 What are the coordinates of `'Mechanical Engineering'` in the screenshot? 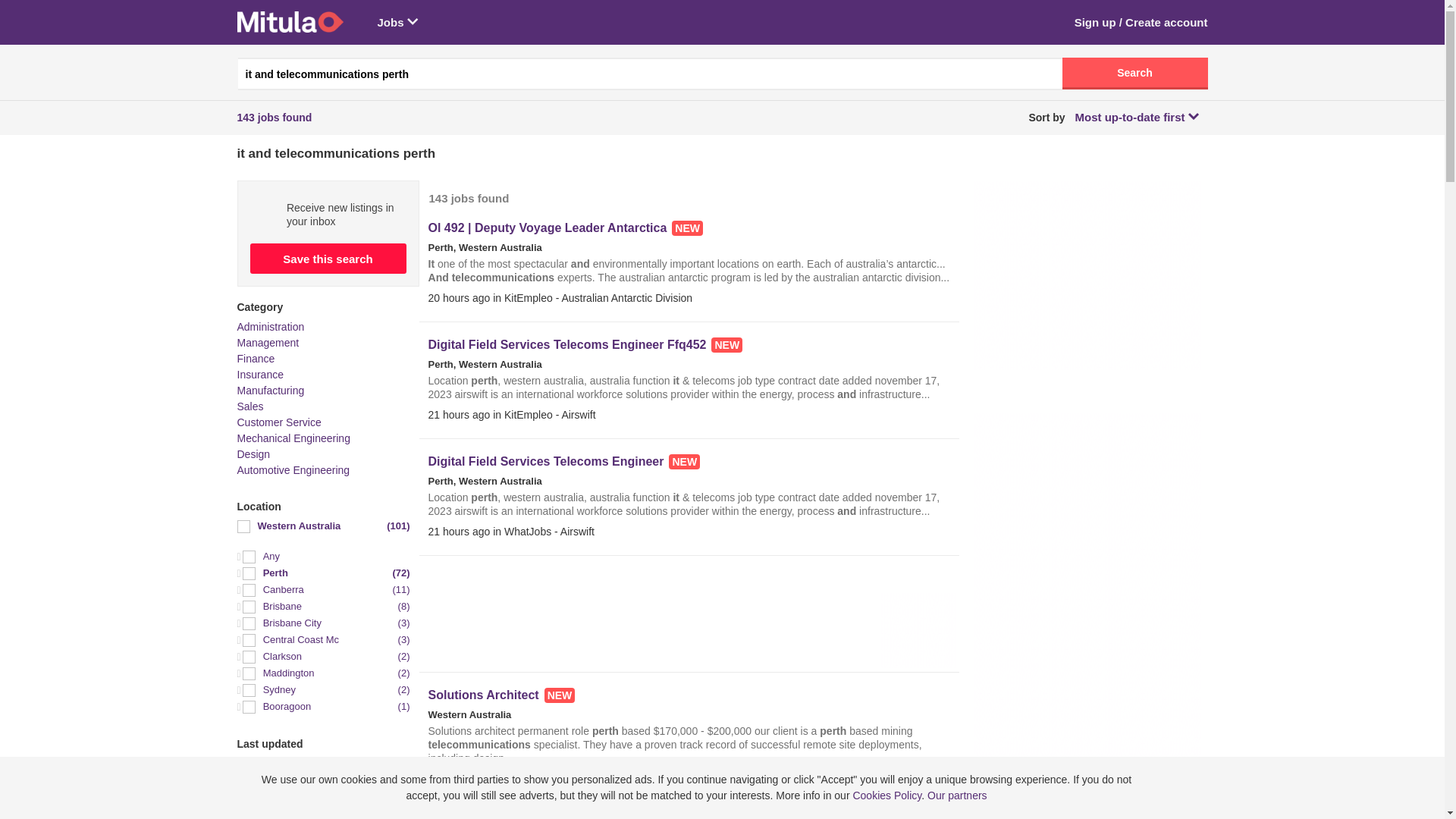 It's located at (293, 438).